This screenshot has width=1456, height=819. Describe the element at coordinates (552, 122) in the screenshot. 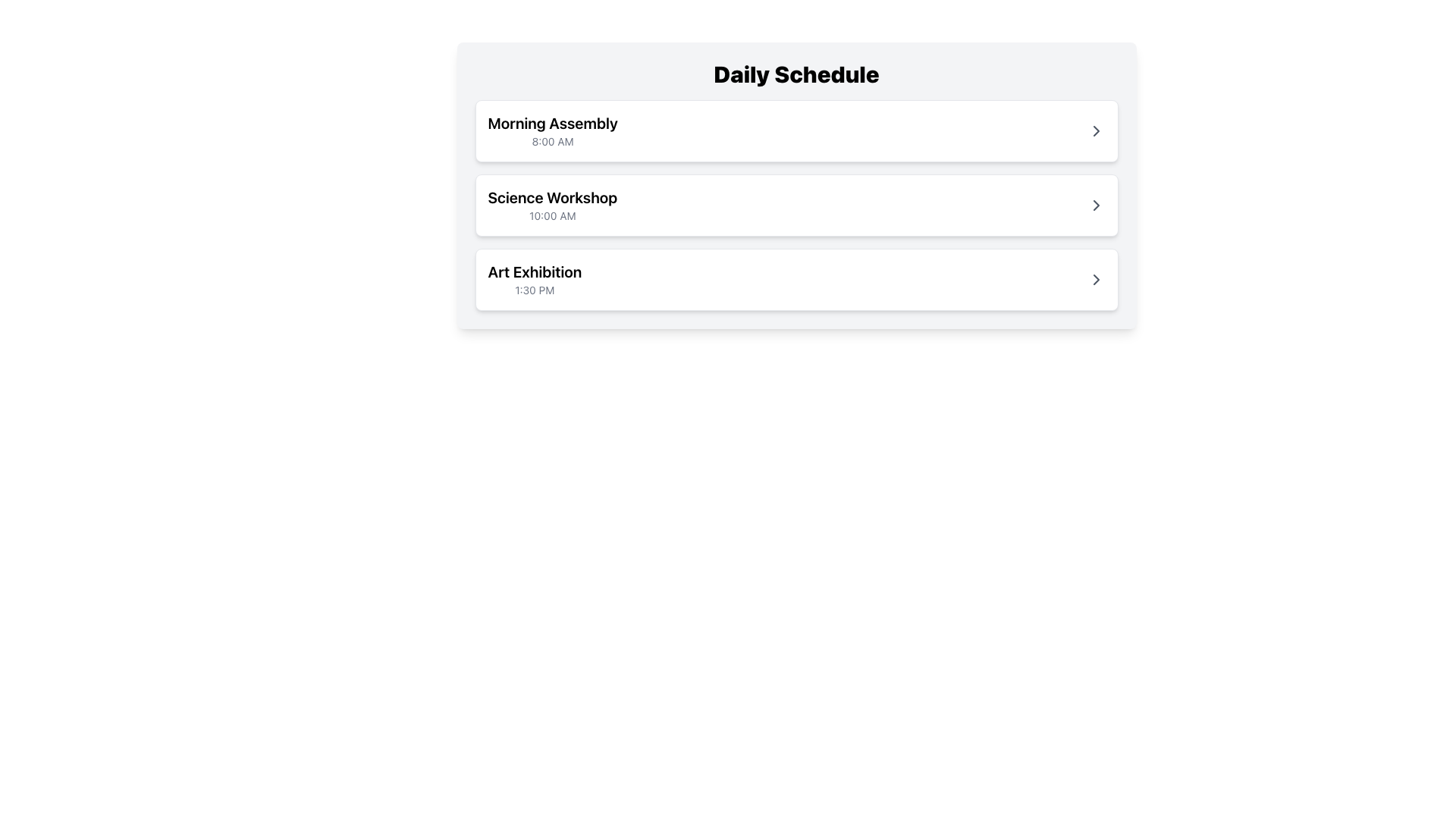

I see `the text label that serves as the title for the schedule item, positioned as the header in the first list item above the time label '8:00 AM'` at that location.